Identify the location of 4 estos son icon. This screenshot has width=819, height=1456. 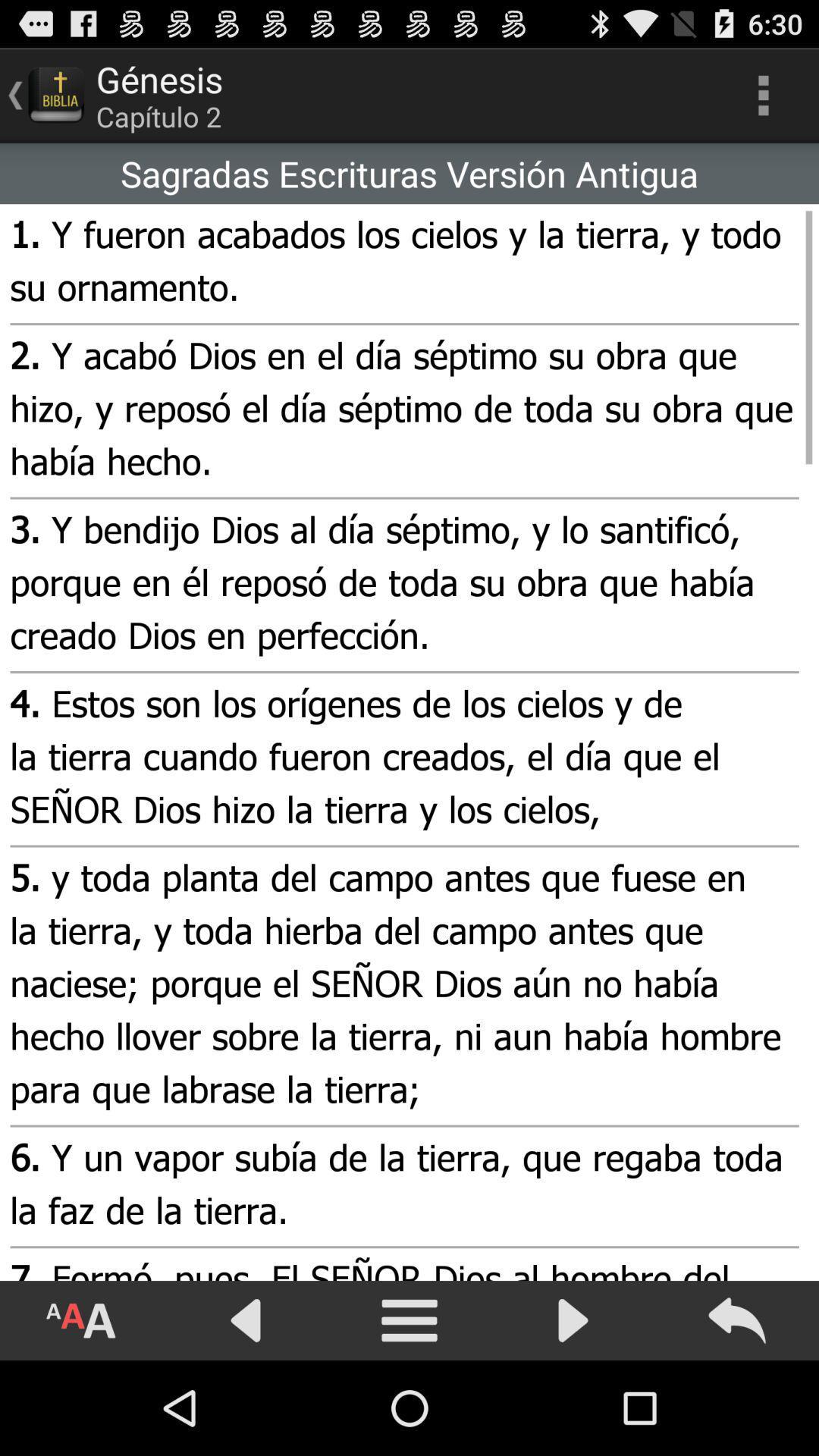
(402, 759).